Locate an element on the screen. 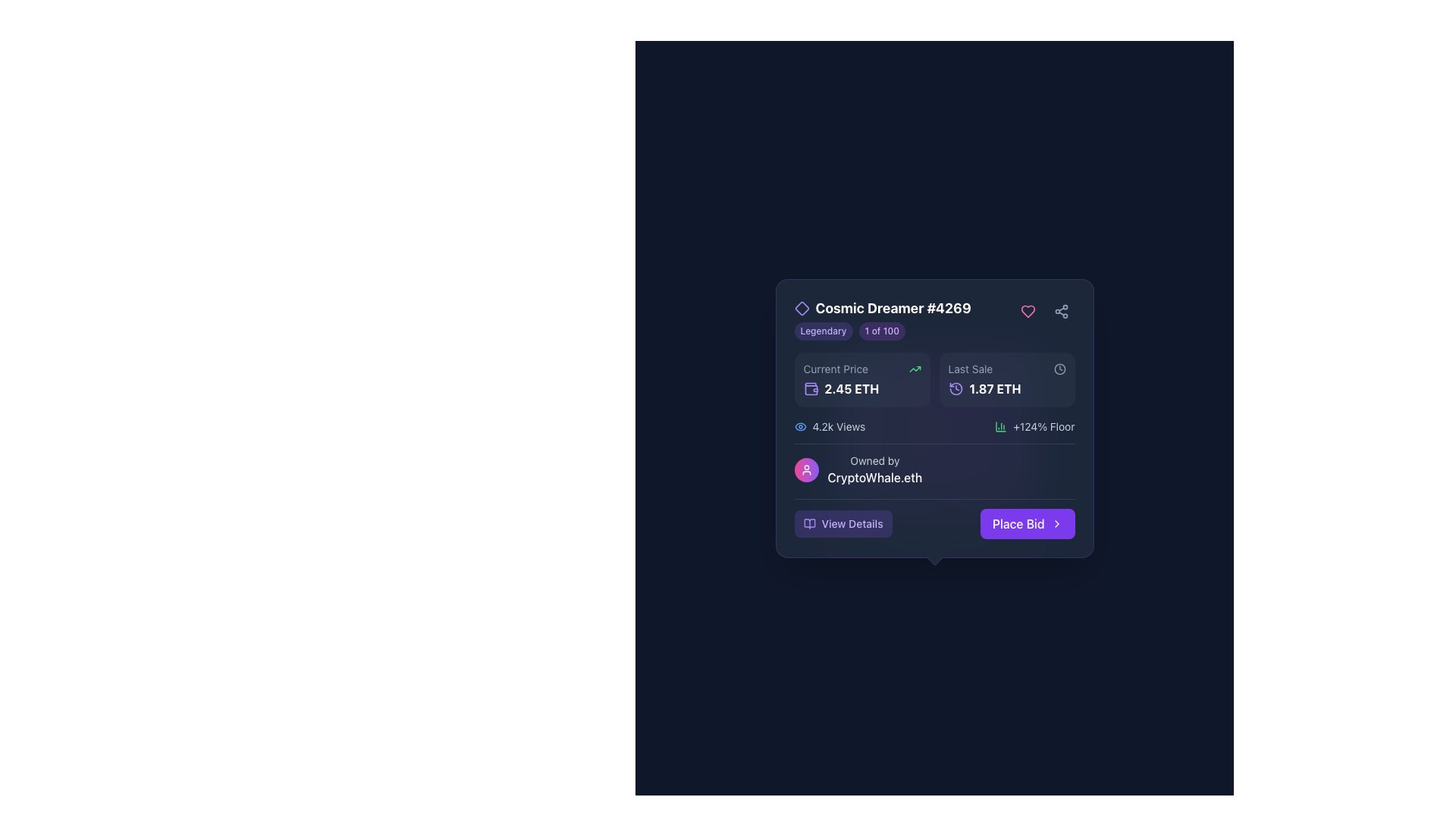 This screenshot has width=1456, height=819. displayed information from the 'Last Sale' informational card, which features a dark rounded rectangle with 'Last Sale' in light gray and '1.87 ETH' in bold white, located in the top-right section of the grid is located at coordinates (1007, 379).